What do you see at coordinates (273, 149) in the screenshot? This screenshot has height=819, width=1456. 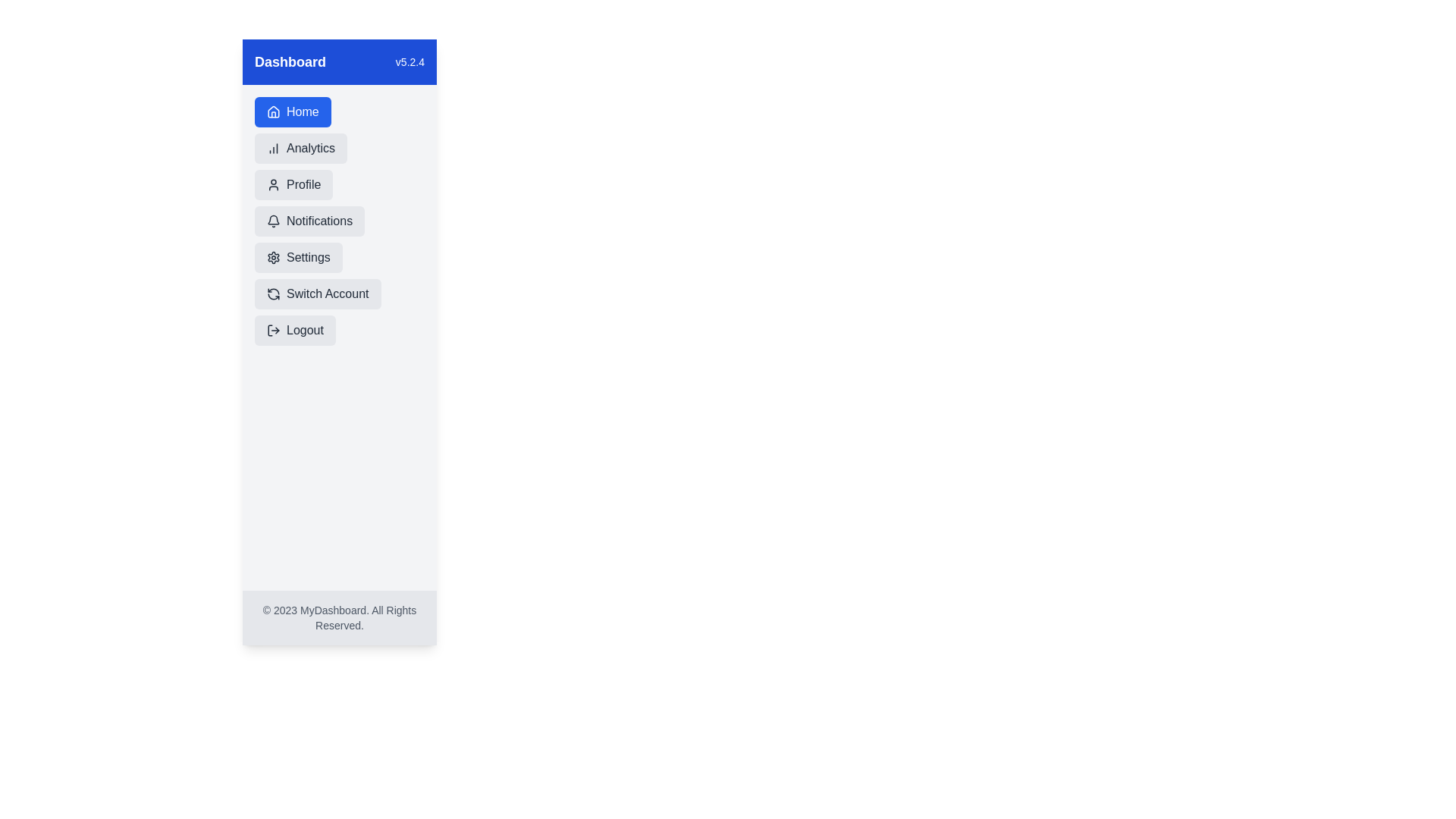 I see `the decorative icon representing analytics located to the left of the 'Analytics' label within the second button of the vertical menu on the left sidebar` at bounding box center [273, 149].